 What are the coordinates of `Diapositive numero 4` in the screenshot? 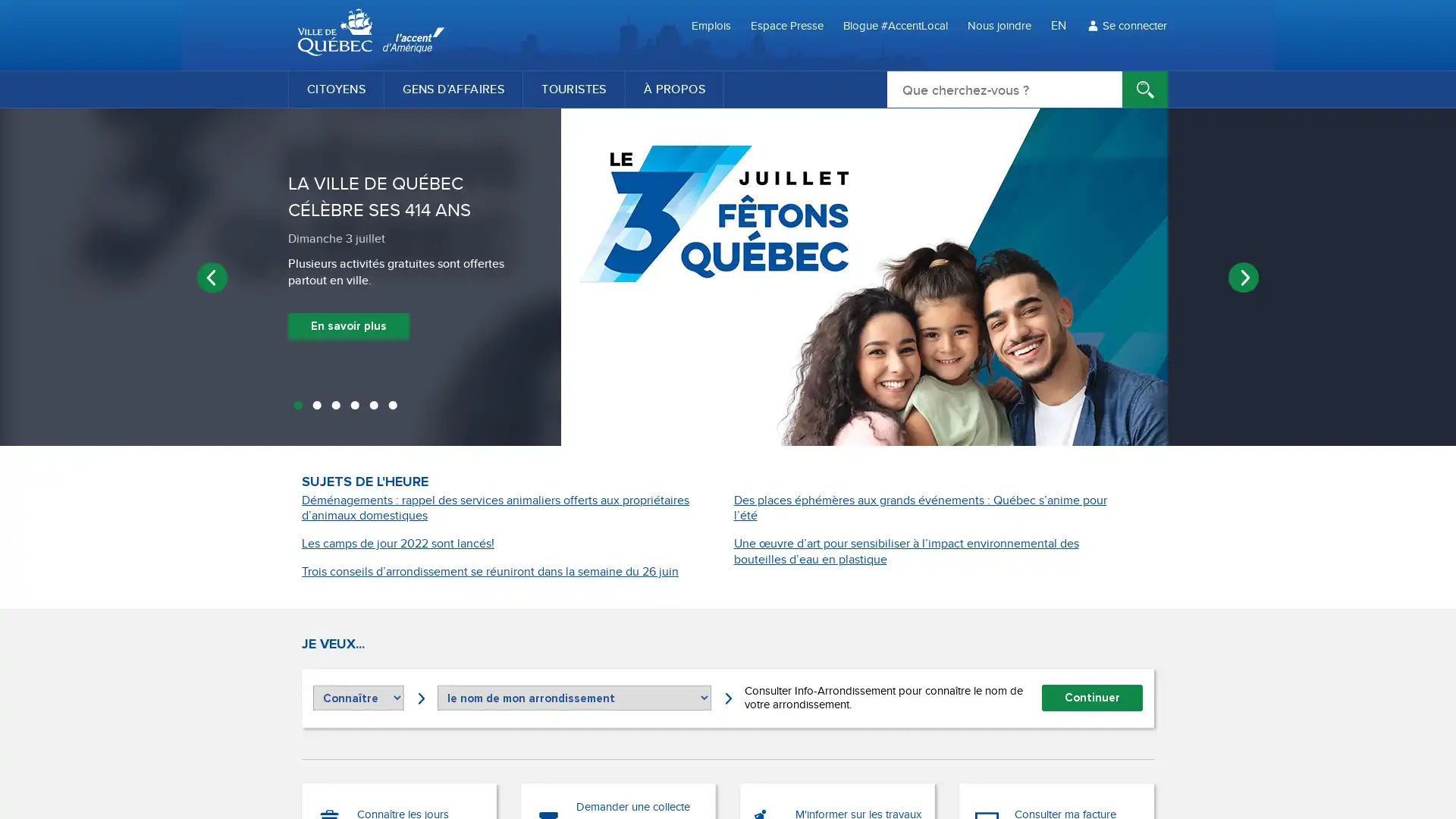 It's located at (353, 406).